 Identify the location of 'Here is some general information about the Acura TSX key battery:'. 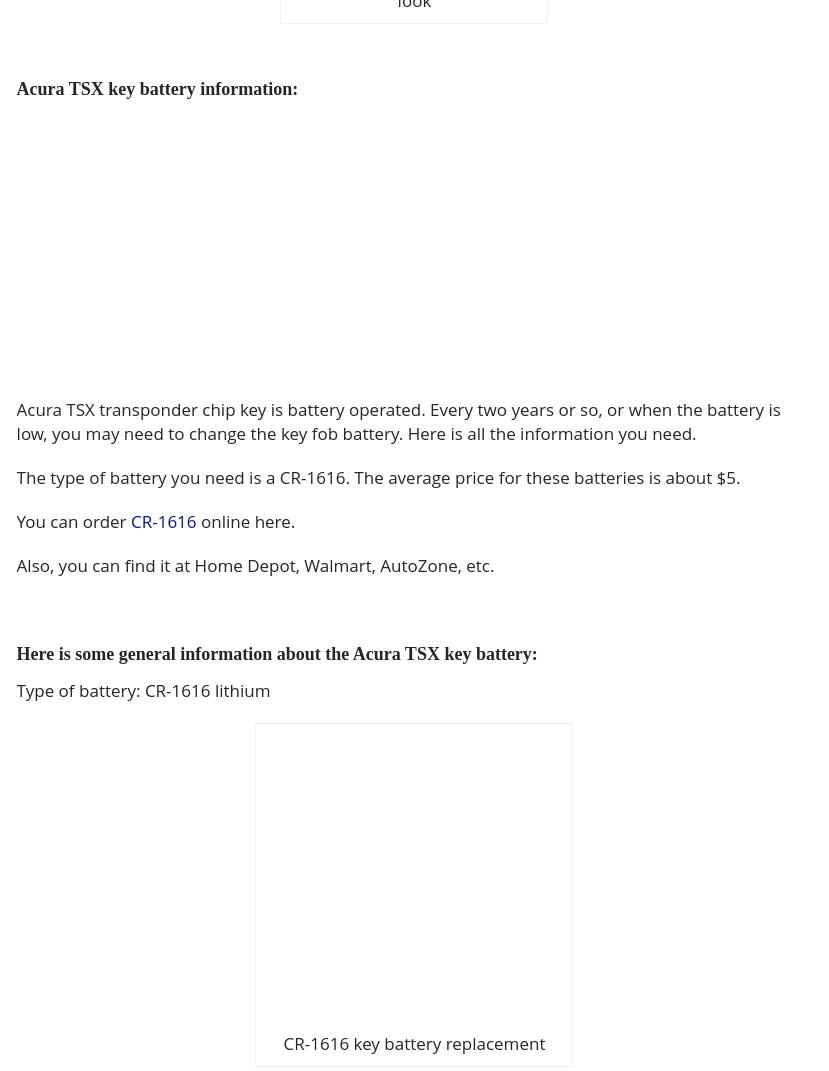
(275, 652).